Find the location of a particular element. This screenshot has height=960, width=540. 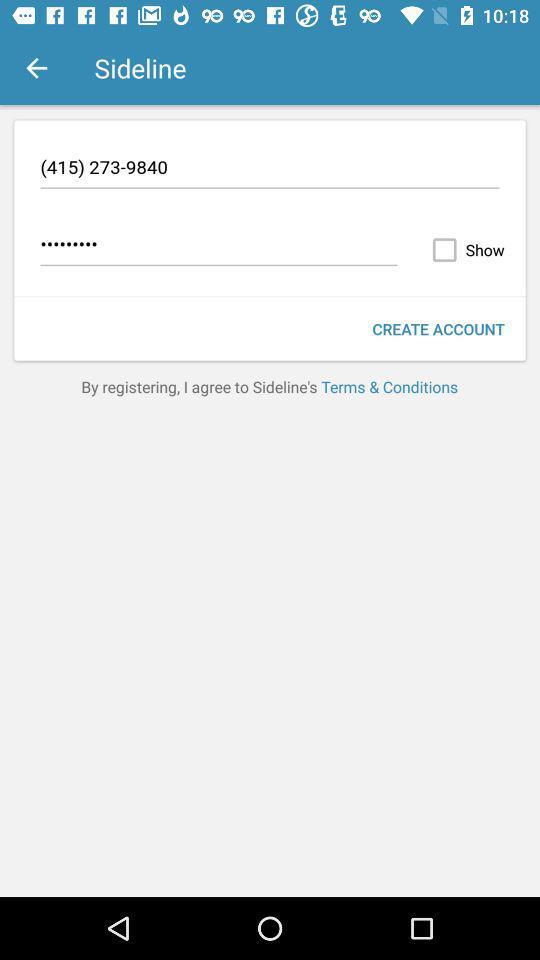

icon at the center is located at coordinates (269, 385).